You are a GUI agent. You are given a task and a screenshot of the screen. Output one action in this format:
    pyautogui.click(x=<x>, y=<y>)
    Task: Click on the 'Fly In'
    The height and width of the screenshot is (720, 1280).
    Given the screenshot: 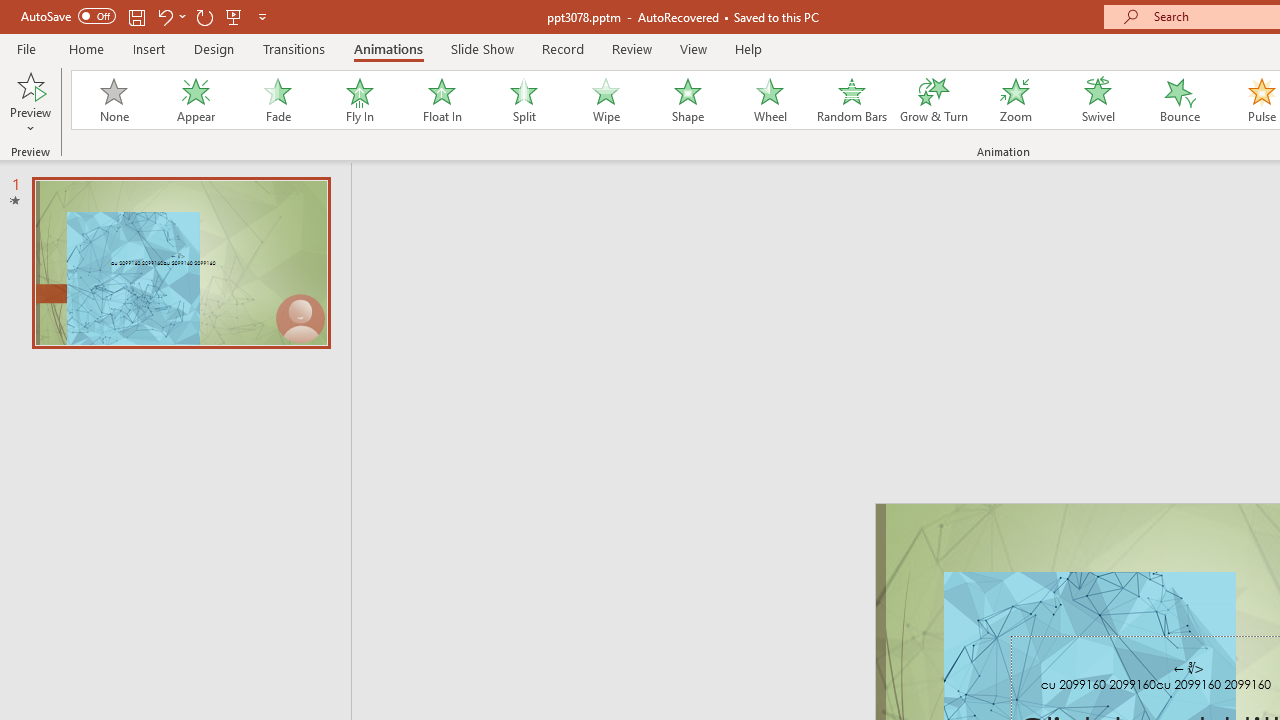 What is the action you would take?
    pyautogui.click(x=359, y=100)
    